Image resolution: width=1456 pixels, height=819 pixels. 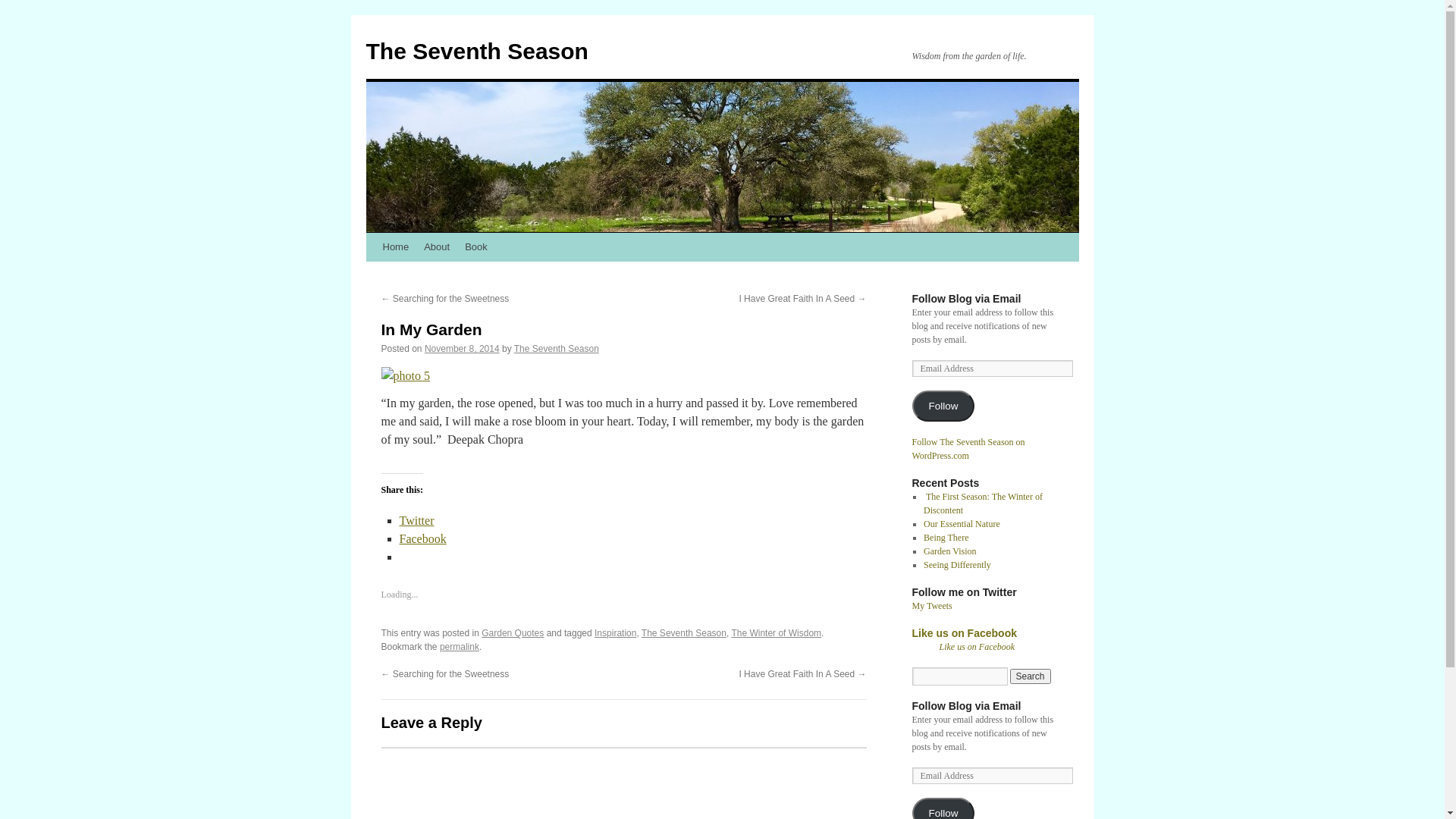 I want to click on 'About', so click(x=436, y=246).